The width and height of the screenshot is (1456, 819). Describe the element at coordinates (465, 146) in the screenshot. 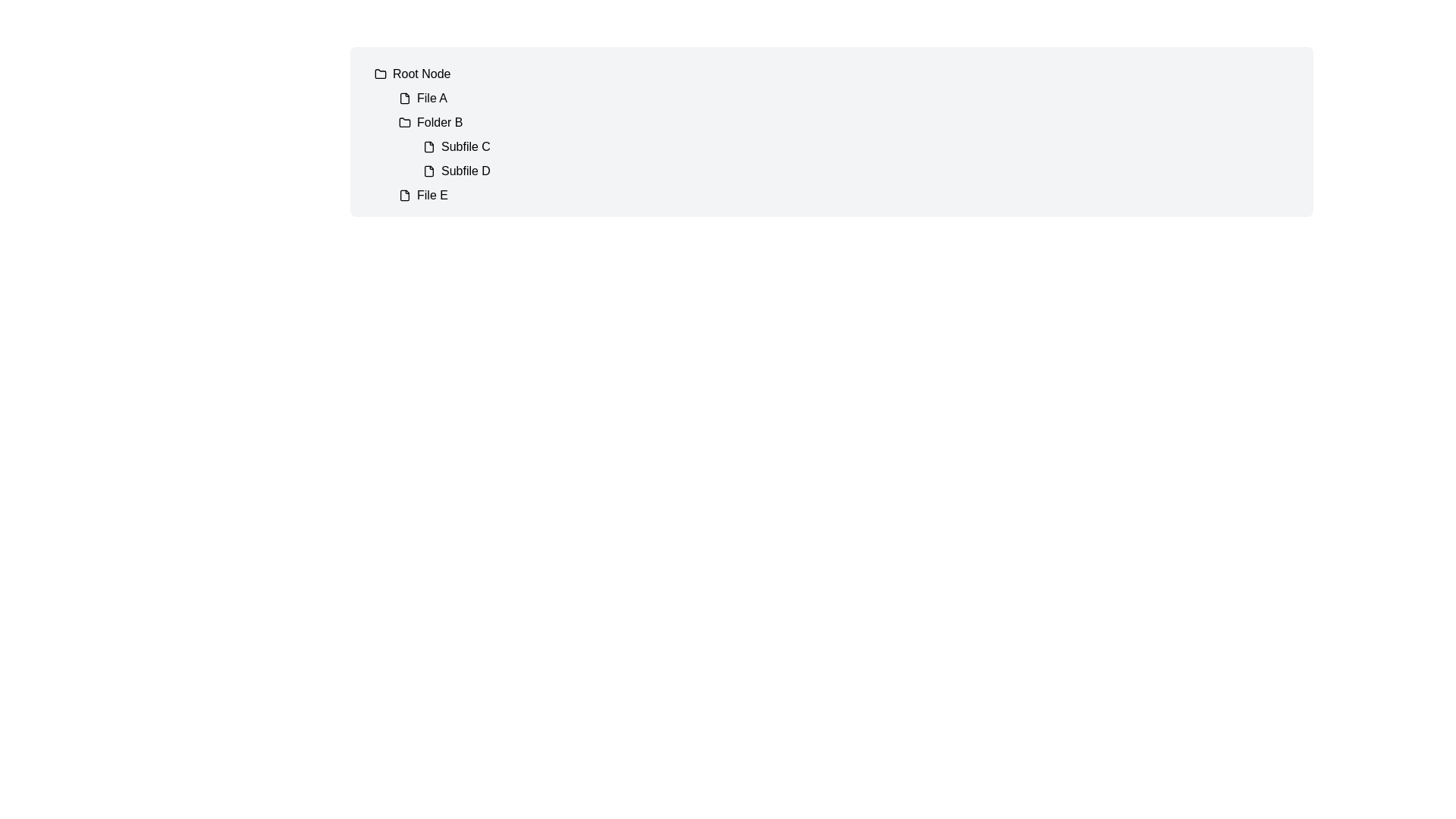

I see `the text label 'Subfile C'` at that location.